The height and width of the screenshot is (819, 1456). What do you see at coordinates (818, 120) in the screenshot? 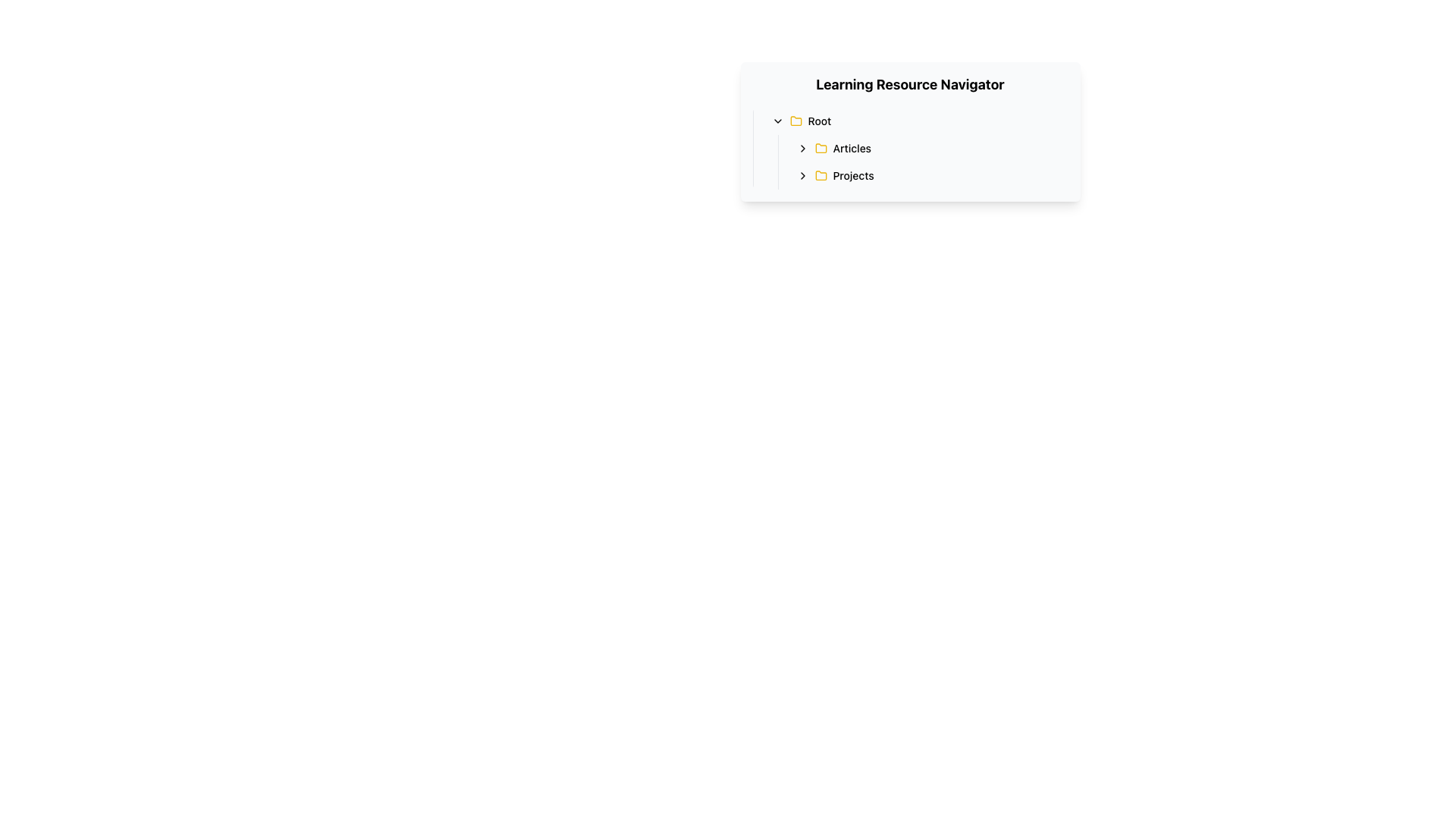
I see `the text label element displaying 'Root' that serves as an identifier within the hierarchical interface structure` at bounding box center [818, 120].